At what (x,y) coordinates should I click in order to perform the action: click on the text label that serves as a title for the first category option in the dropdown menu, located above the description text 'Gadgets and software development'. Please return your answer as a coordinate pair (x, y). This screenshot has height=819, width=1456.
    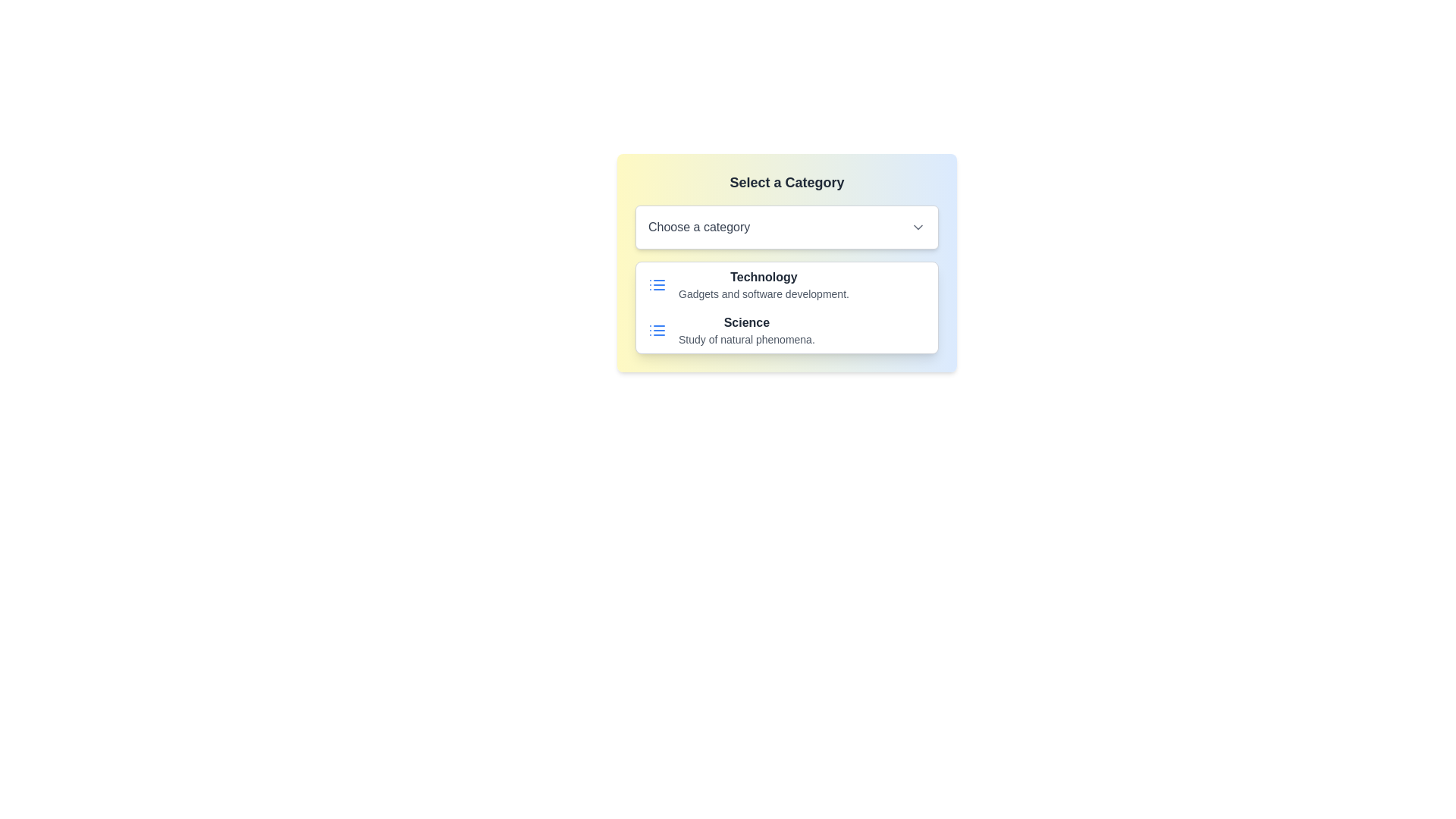
    Looking at the image, I should click on (764, 278).